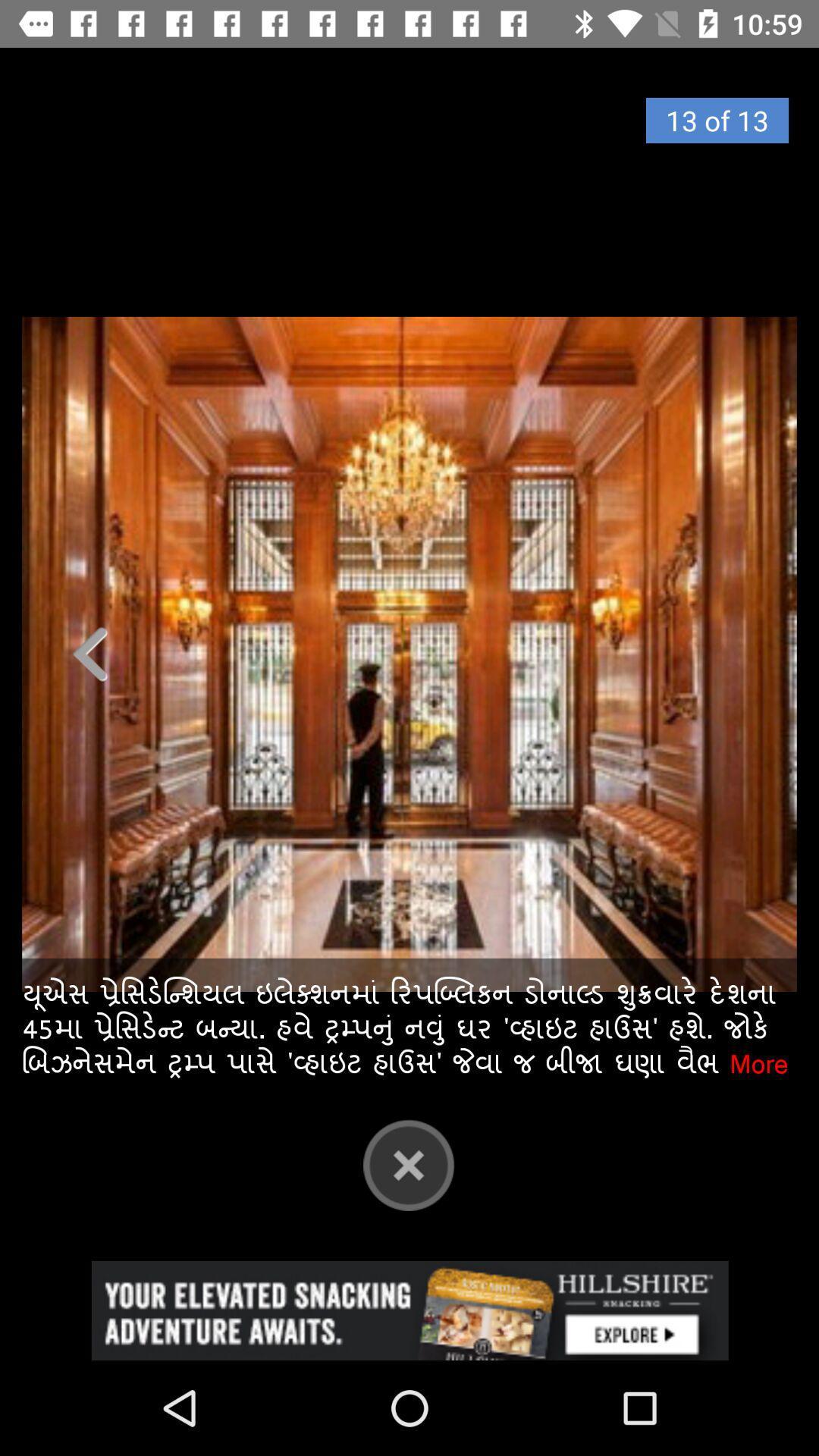 The width and height of the screenshot is (819, 1456). I want to click on exit out, so click(409, 654).